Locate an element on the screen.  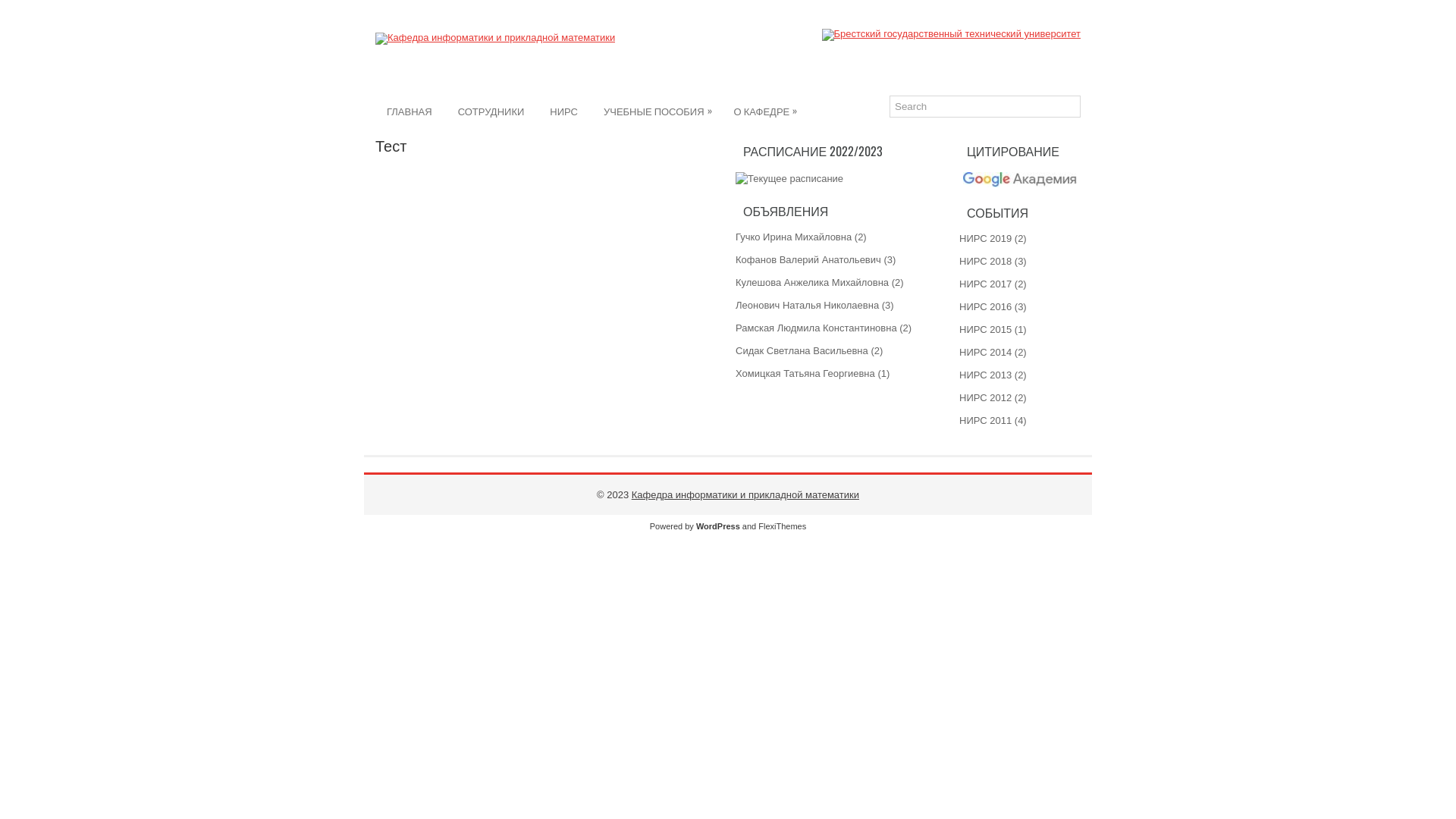
'Type and hit enter' is located at coordinates (985, 105).